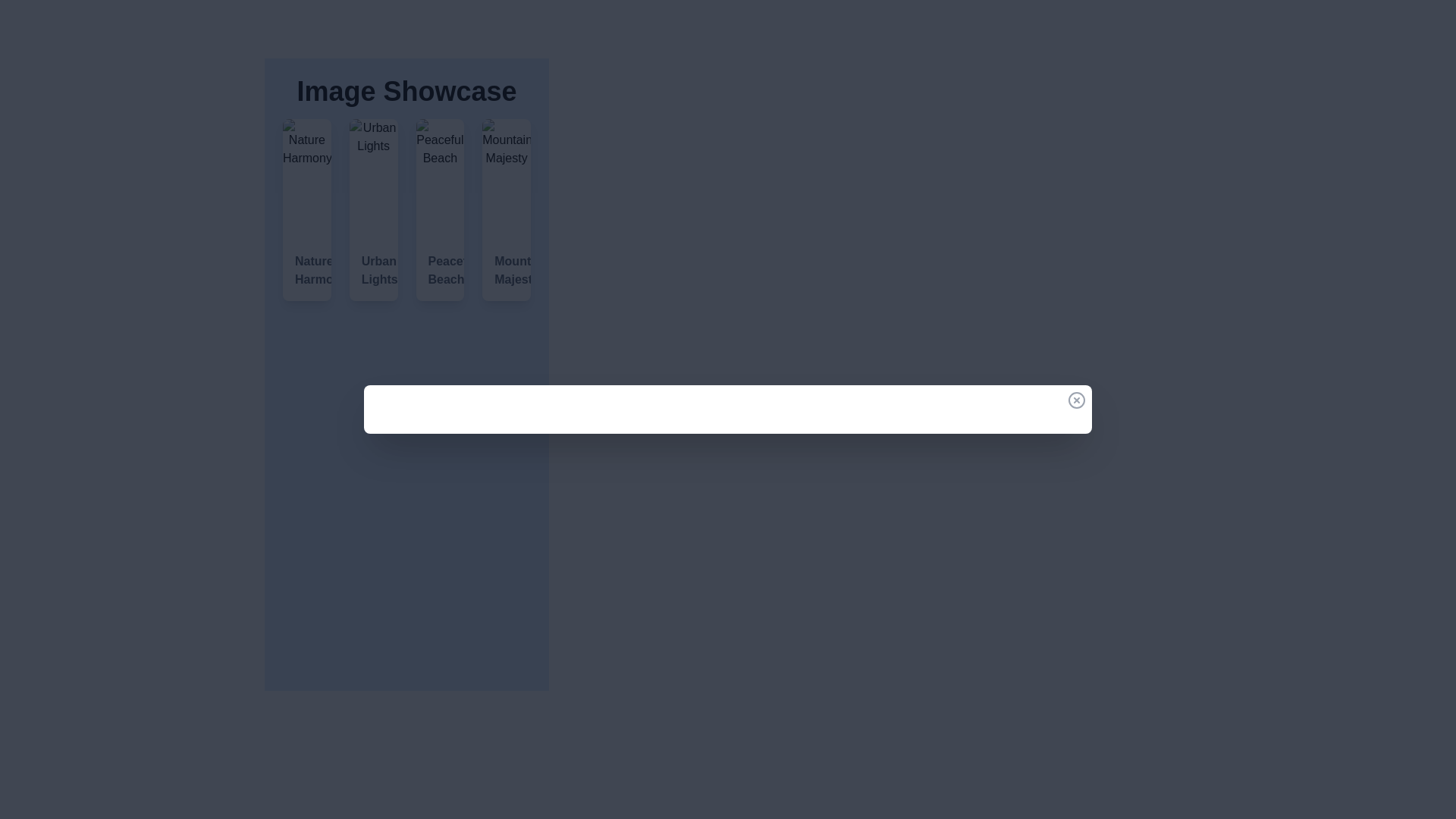 This screenshot has width=1456, height=819. Describe the element at coordinates (373, 270) in the screenshot. I see `the text label that serves as the title for the 'Urban Lights' card, which is the second card in a series of four under the 'Image Showcase' heading` at that location.